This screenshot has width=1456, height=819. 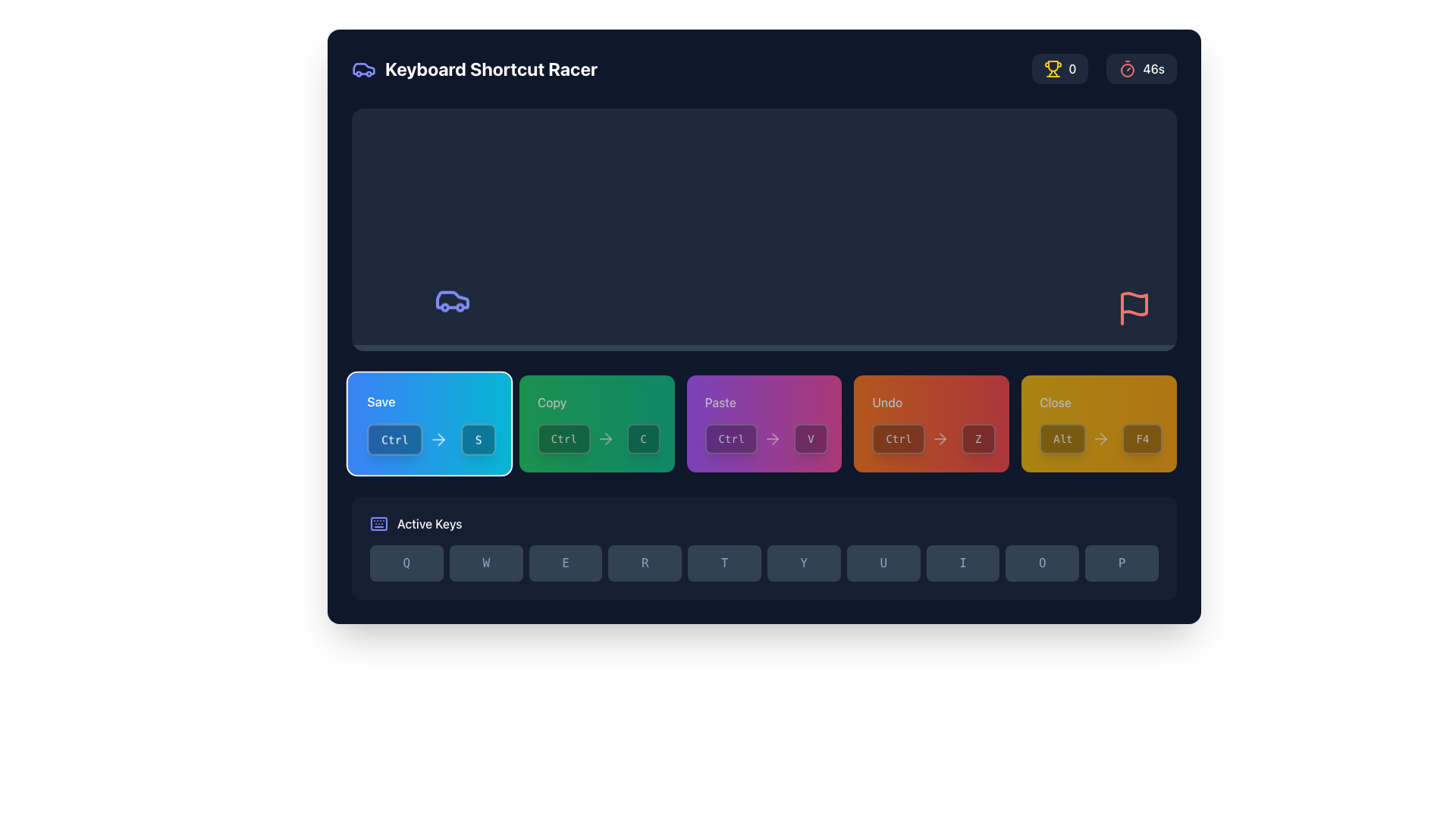 What do you see at coordinates (563, 438) in the screenshot?
I see `text of the 'Ctrl' label, which has a key-like styling and is located in the 'Copy' shortcut section, positioned to the left of the arrow icon` at bounding box center [563, 438].